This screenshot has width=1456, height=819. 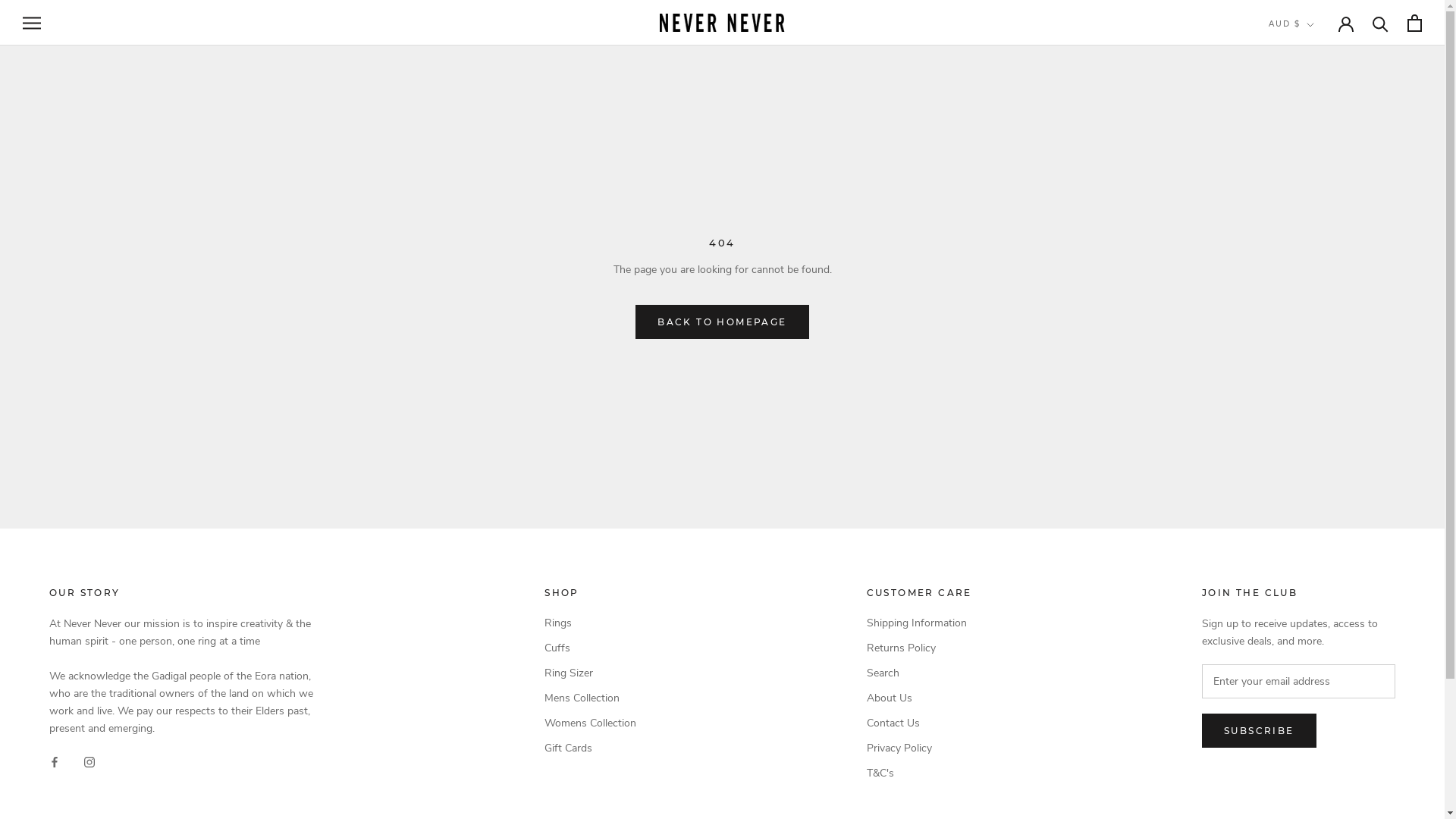 What do you see at coordinates (1259, 730) in the screenshot?
I see `'SUBSCRIBE'` at bounding box center [1259, 730].